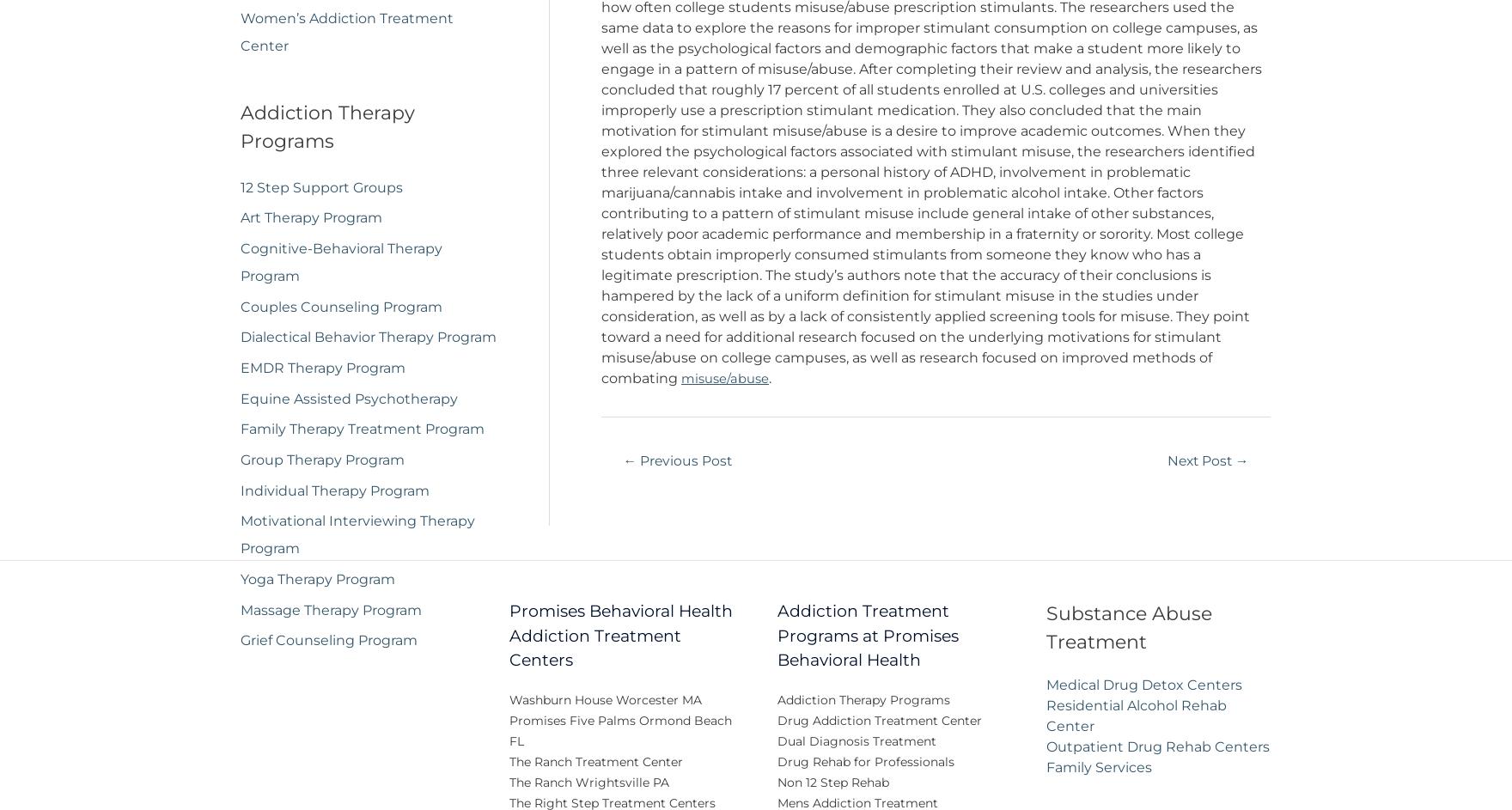 The image size is (1512, 810). Describe the element at coordinates (689, 461) in the screenshot. I see `'Previous Post'` at that location.